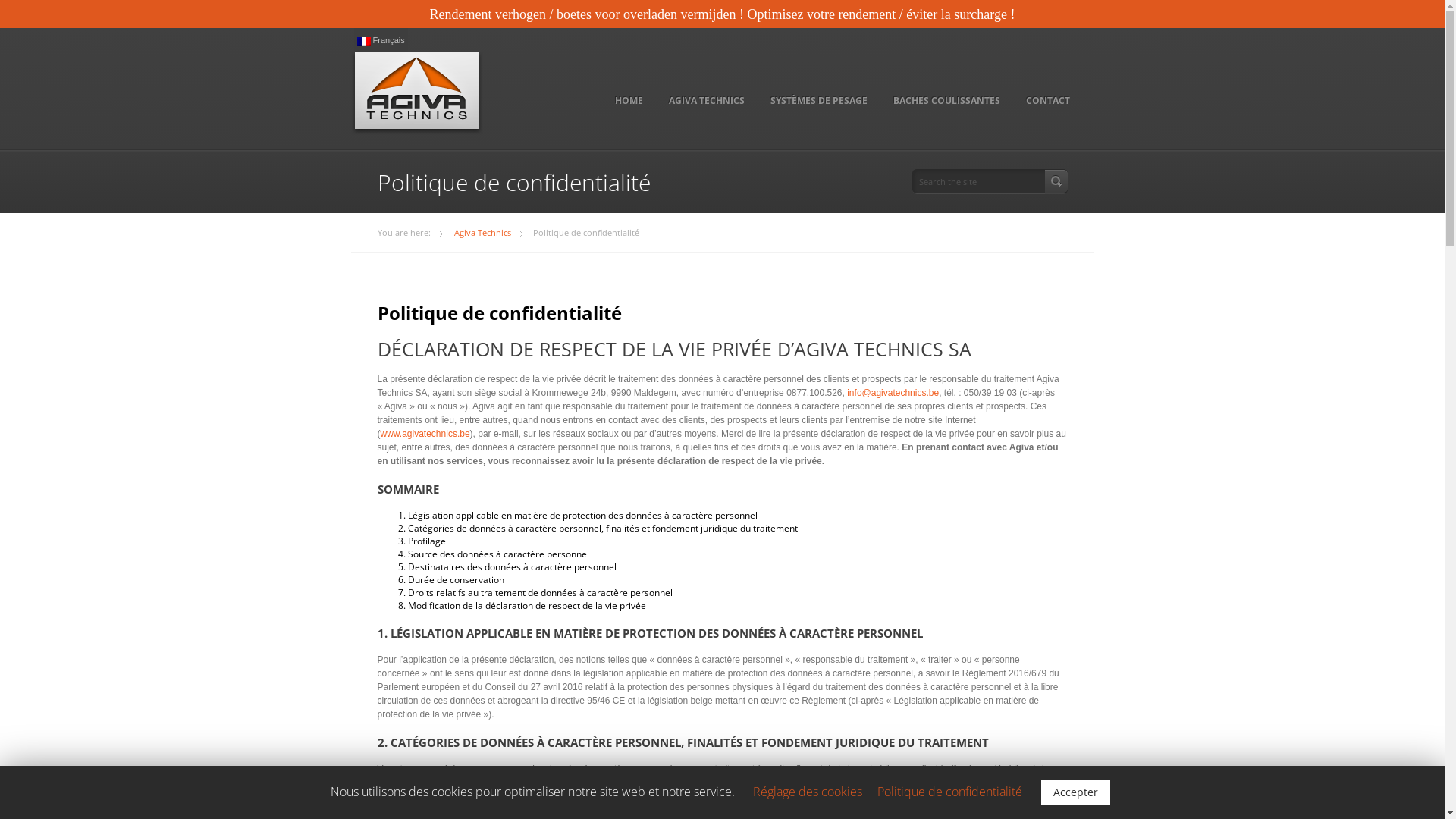 Image resolution: width=1456 pixels, height=819 pixels. What do you see at coordinates (488, 232) in the screenshot?
I see `'Agiva Technics'` at bounding box center [488, 232].